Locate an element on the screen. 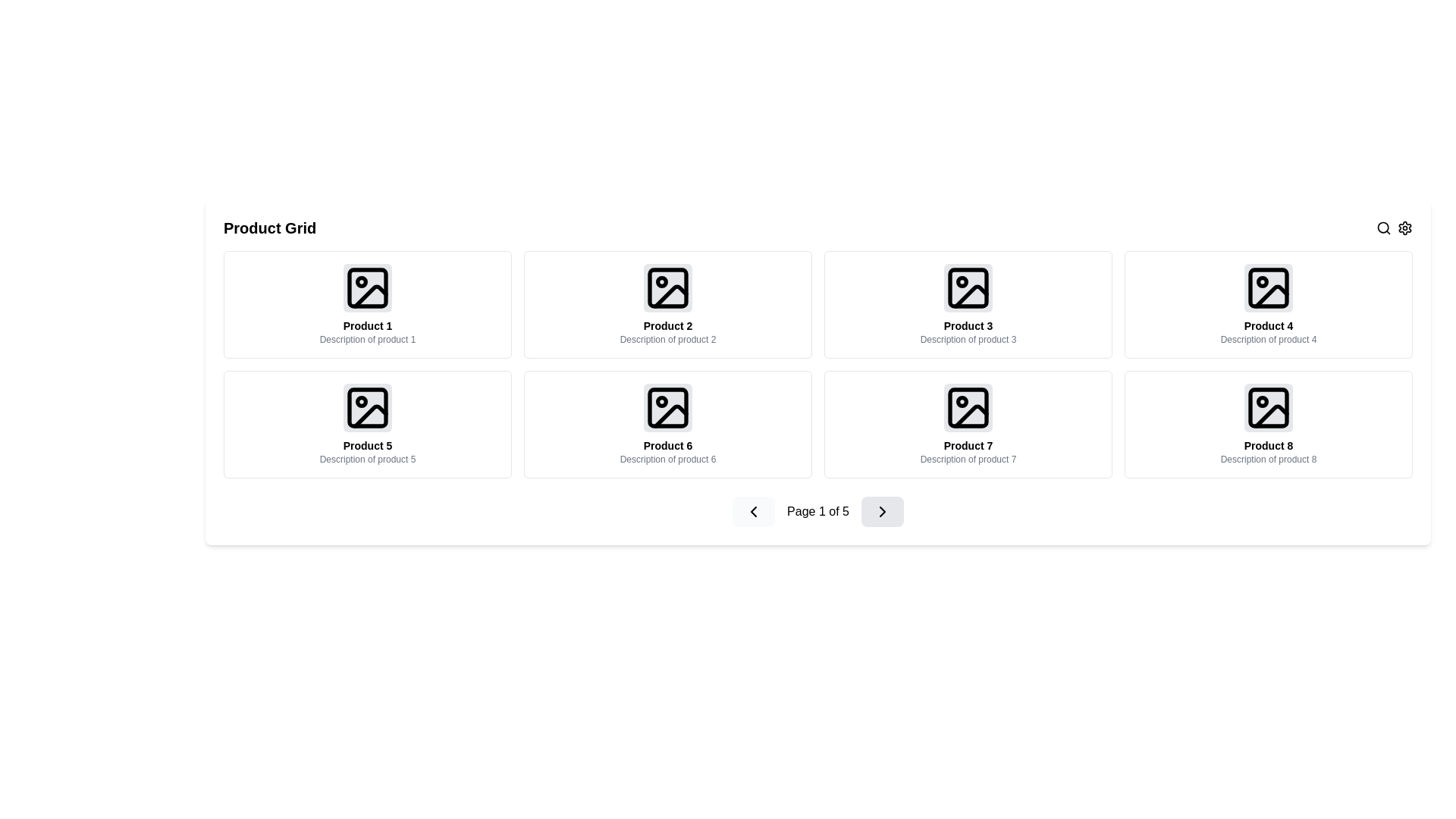 This screenshot has height=819, width=1456. the text element that provides a short description related to 'Product 7', positioned directly below the 'Product 7' header is located at coordinates (967, 458).